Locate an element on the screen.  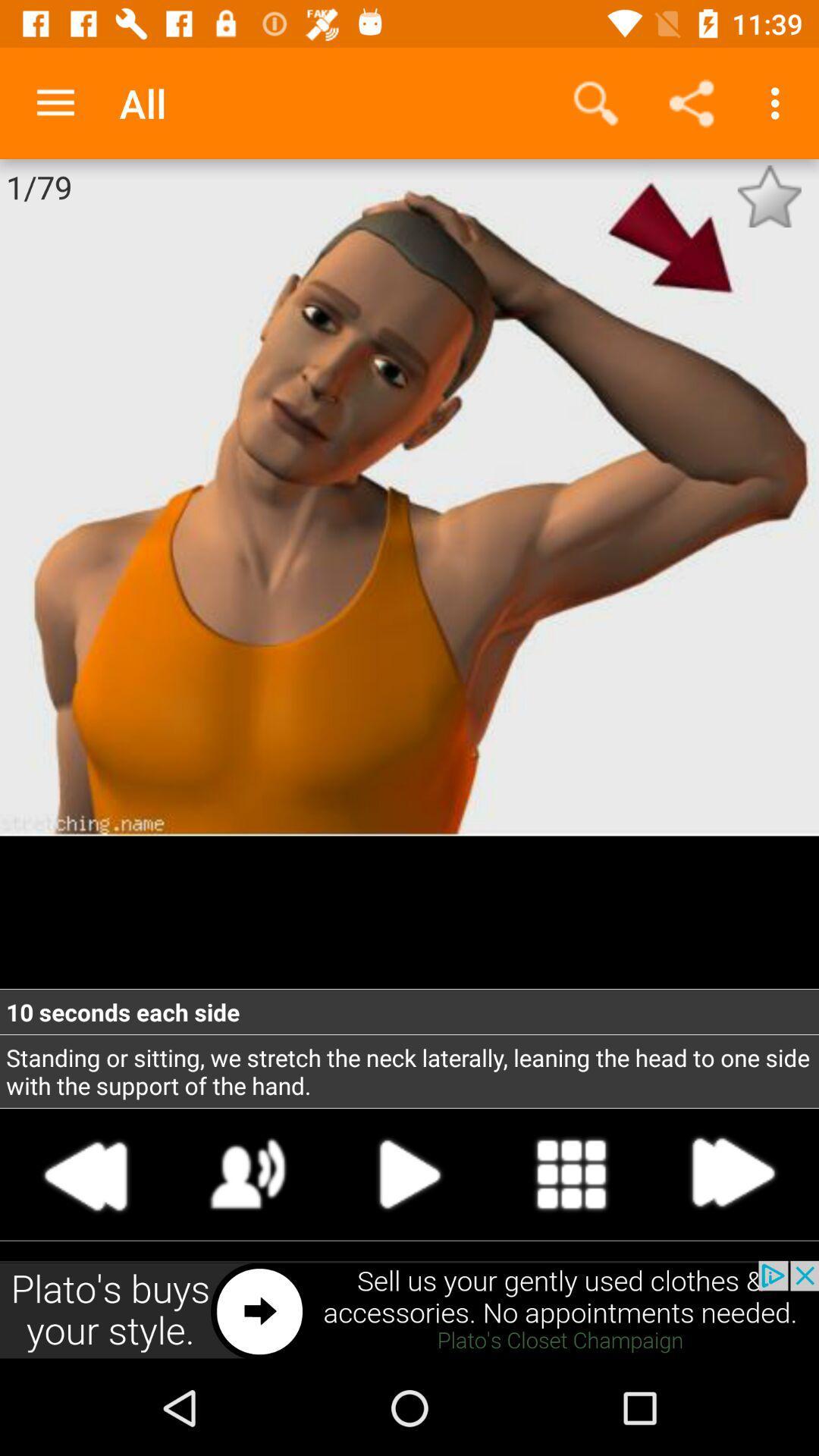
make favorite is located at coordinates (769, 196).